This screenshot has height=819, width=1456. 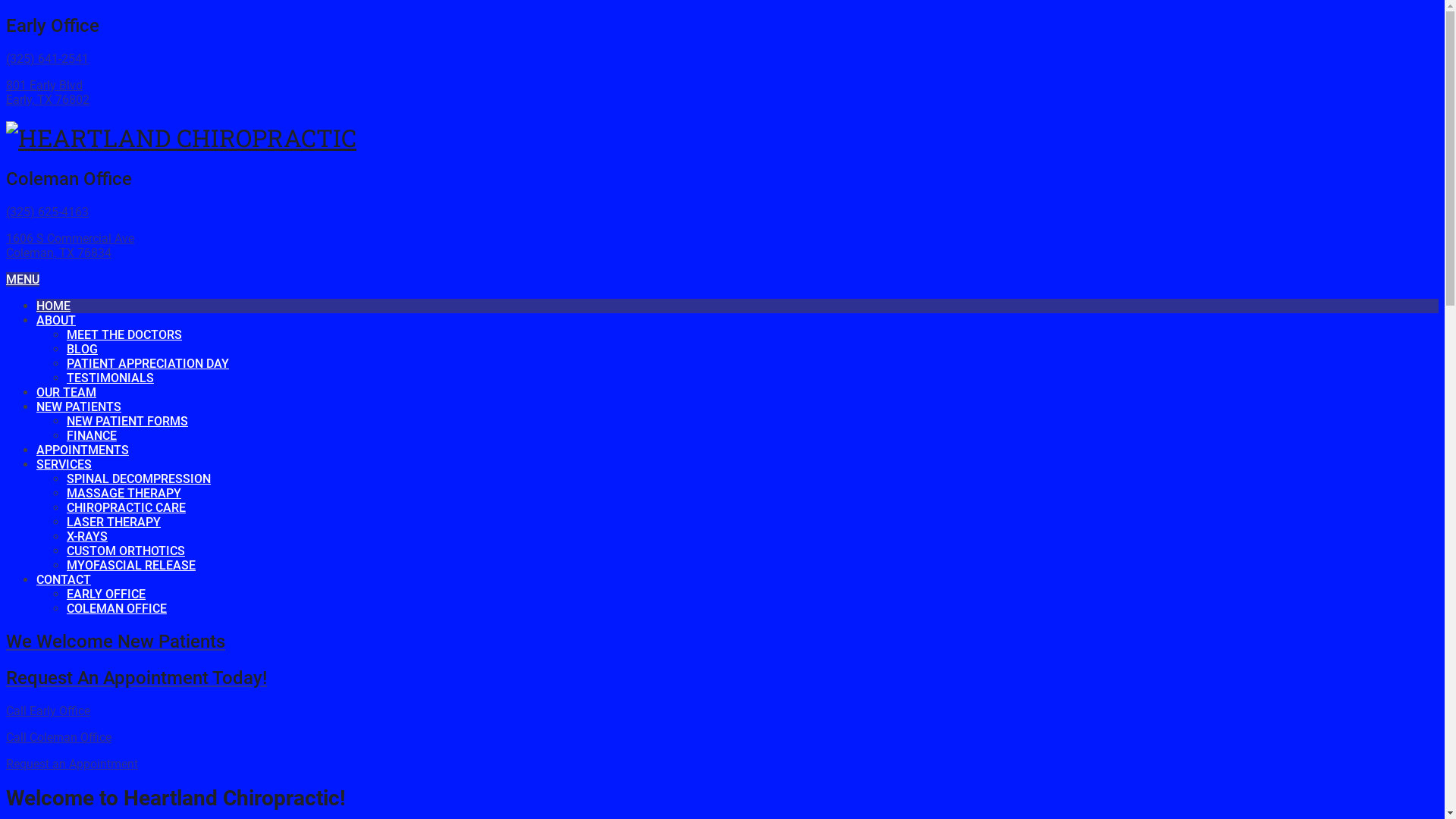 What do you see at coordinates (36, 579) in the screenshot?
I see `'CONTACT'` at bounding box center [36, 579].